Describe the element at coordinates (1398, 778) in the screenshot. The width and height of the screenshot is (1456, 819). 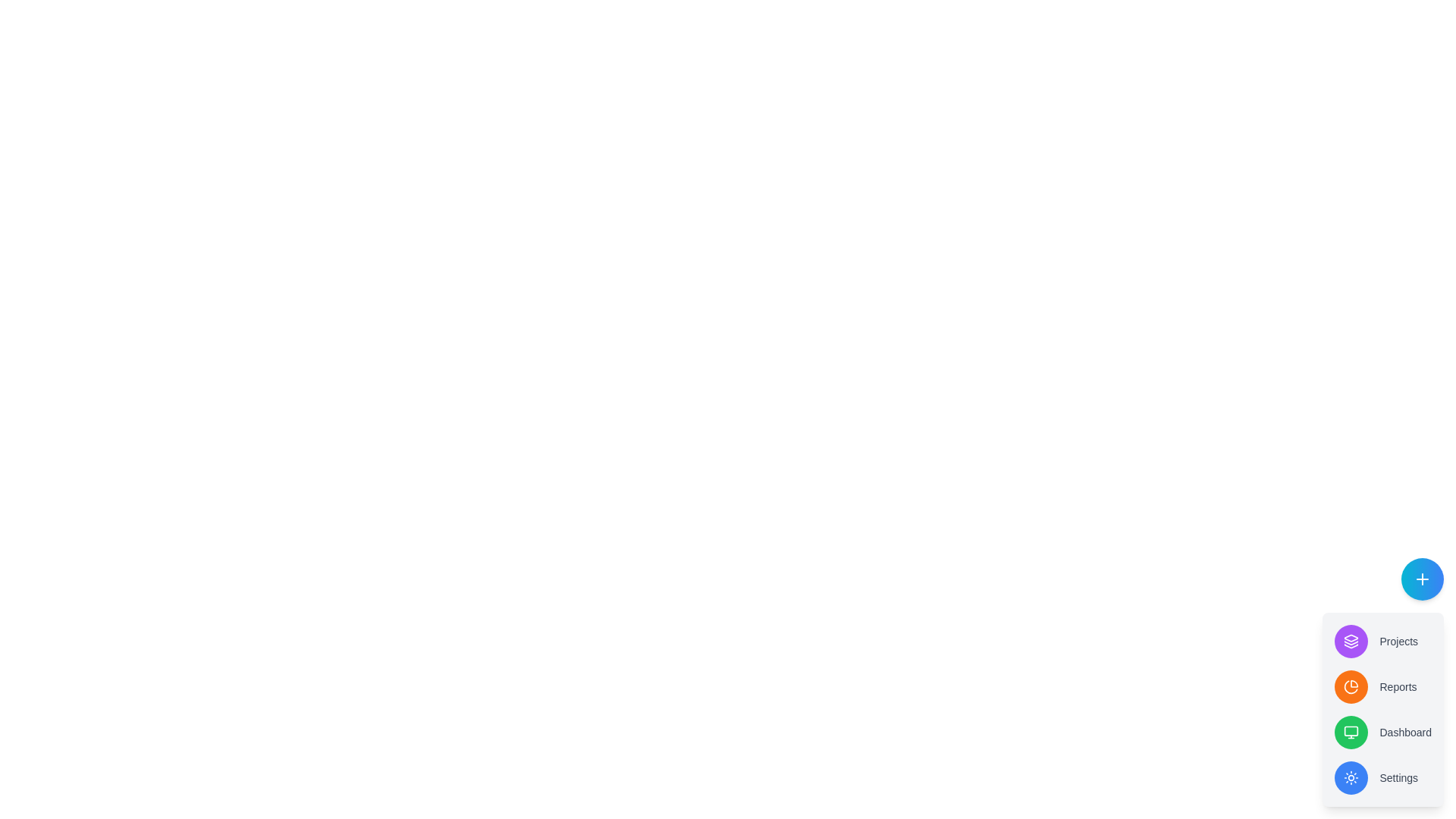
I see `the 'Settings' text label which is the last item in a vertical list of menu items on the right side of the interface` at that location.